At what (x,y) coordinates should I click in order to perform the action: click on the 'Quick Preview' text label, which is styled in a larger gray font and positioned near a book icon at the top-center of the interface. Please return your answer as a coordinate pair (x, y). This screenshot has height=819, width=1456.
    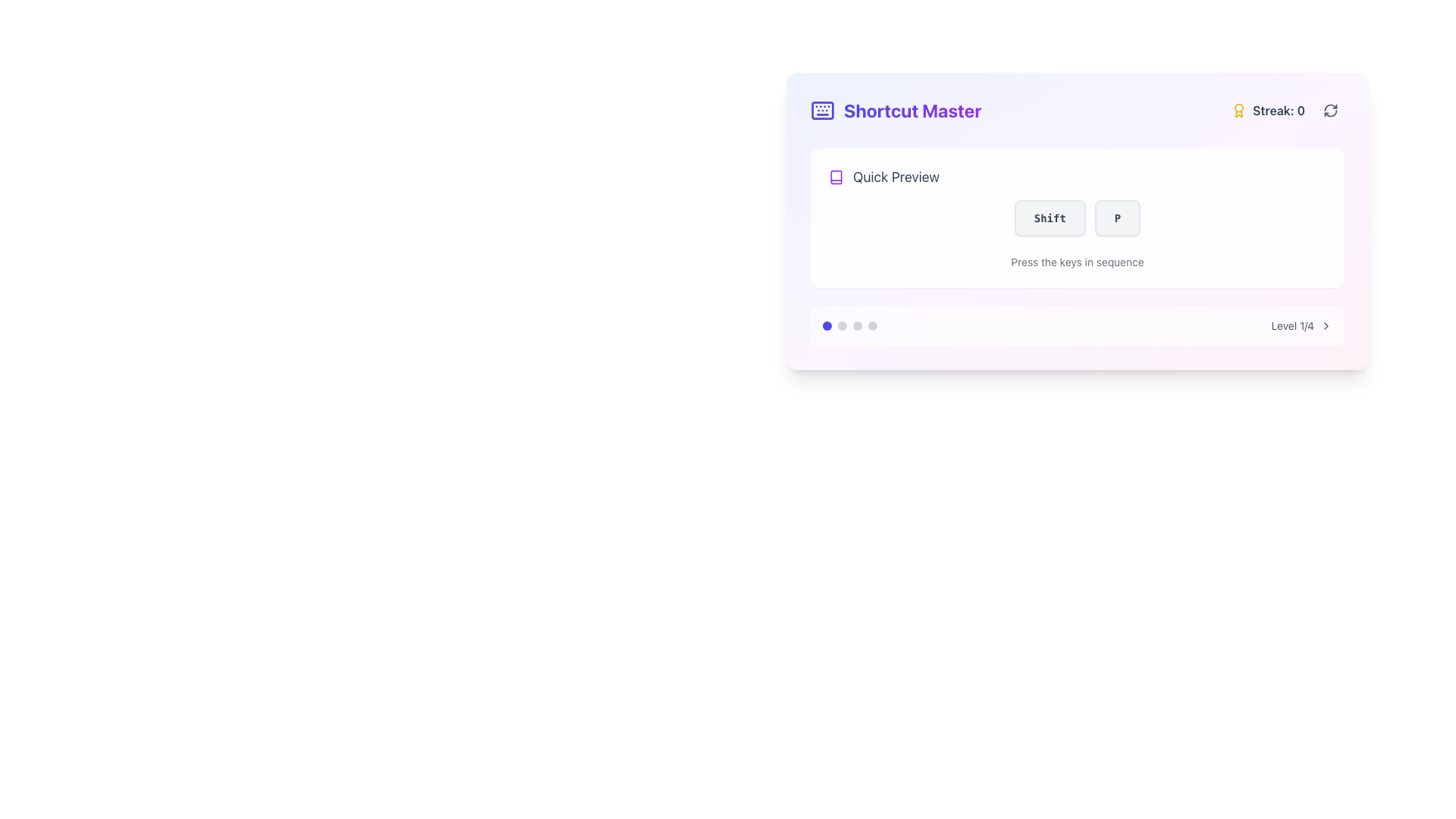
    Looking at the image, I should click on (896, 177).